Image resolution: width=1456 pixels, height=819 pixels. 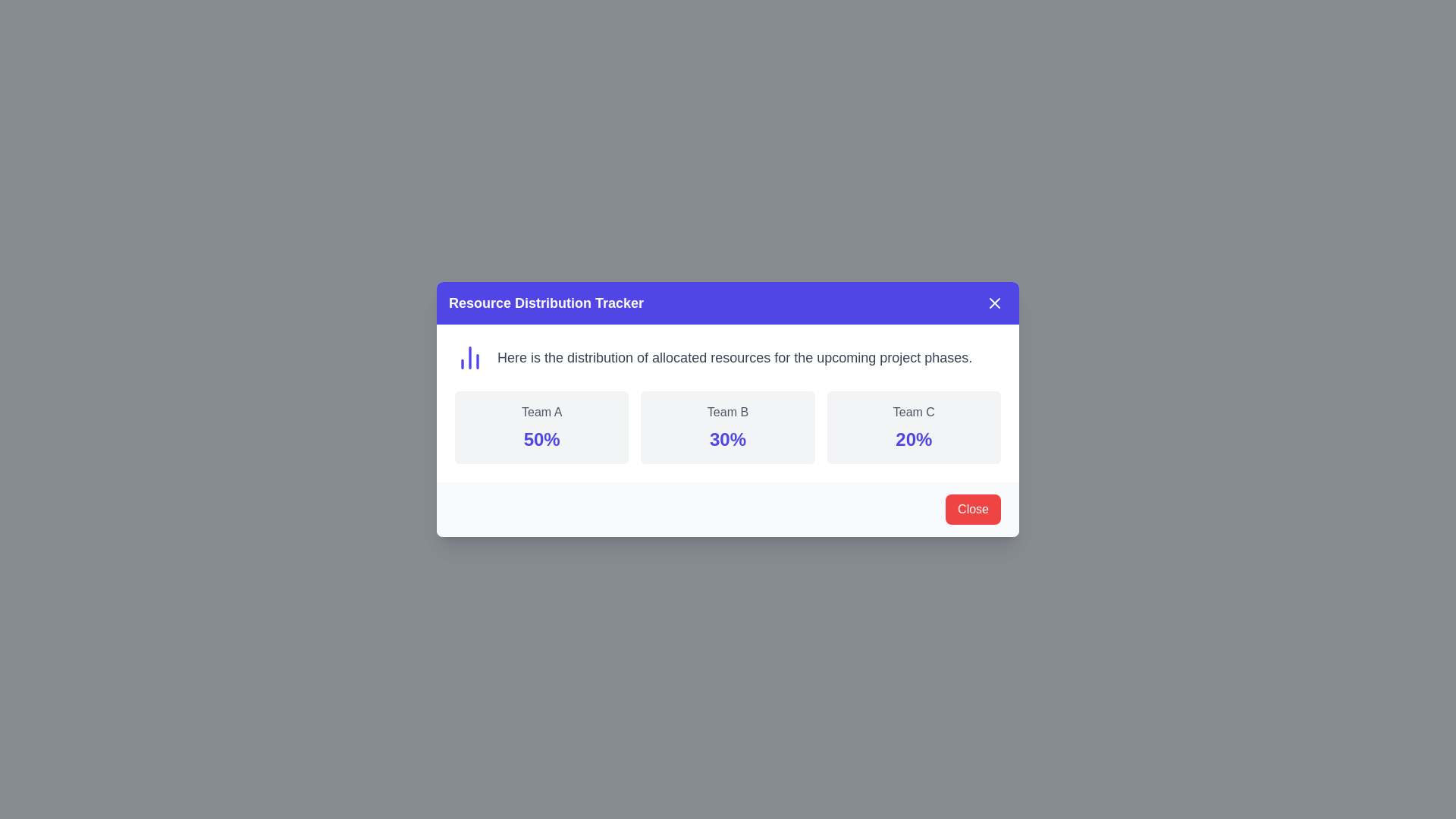 I want to click on the informational display box labeled 'Team B' that shows a bold percentage value '30%' in indigo, located in the middle of a grid of three boxes, so click(x=728, y=427).